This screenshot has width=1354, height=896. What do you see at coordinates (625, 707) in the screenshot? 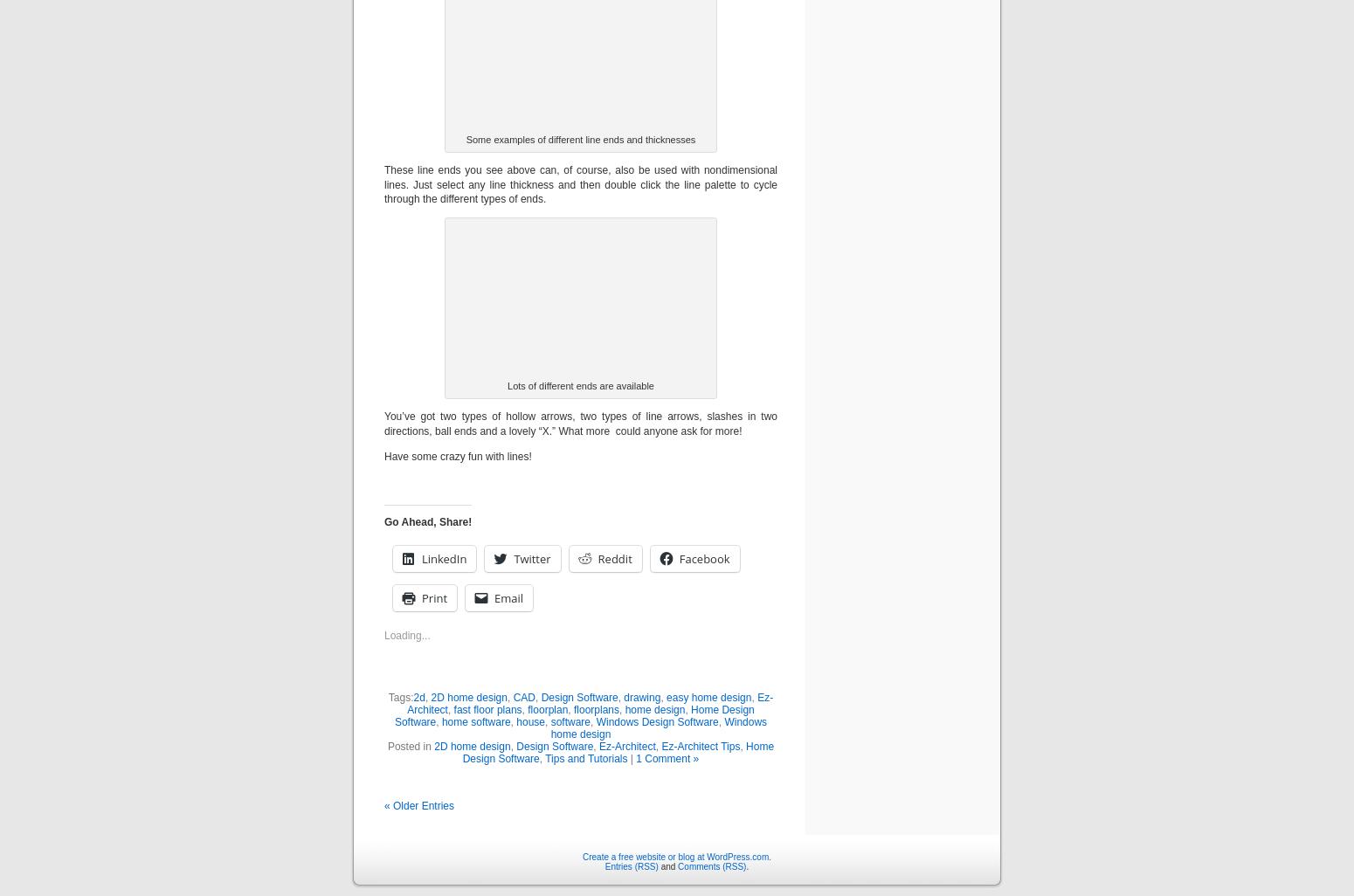
I see `'home design'` at bounding box center [625, 707].